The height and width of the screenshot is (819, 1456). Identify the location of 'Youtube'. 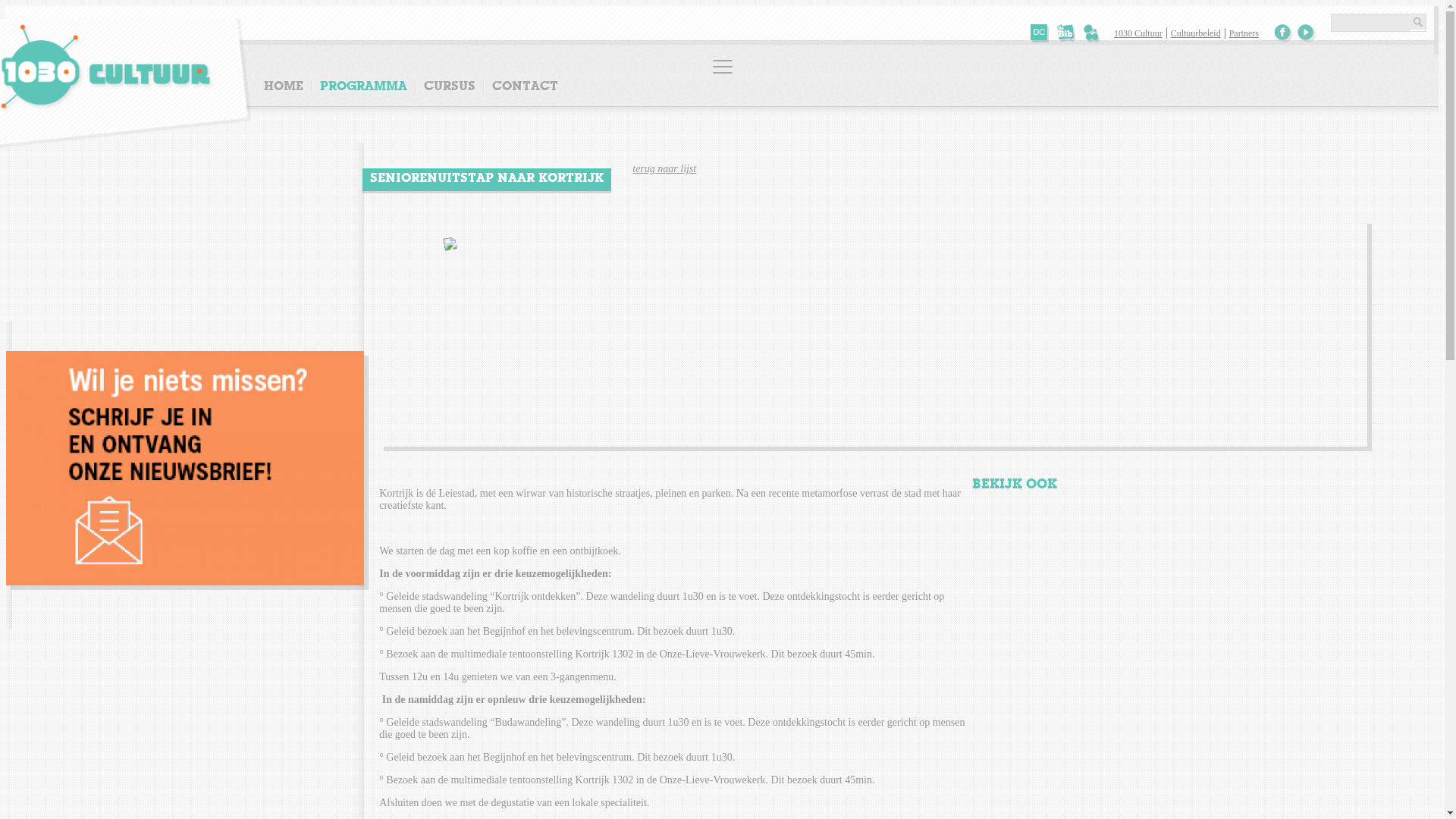
(1305, 33).